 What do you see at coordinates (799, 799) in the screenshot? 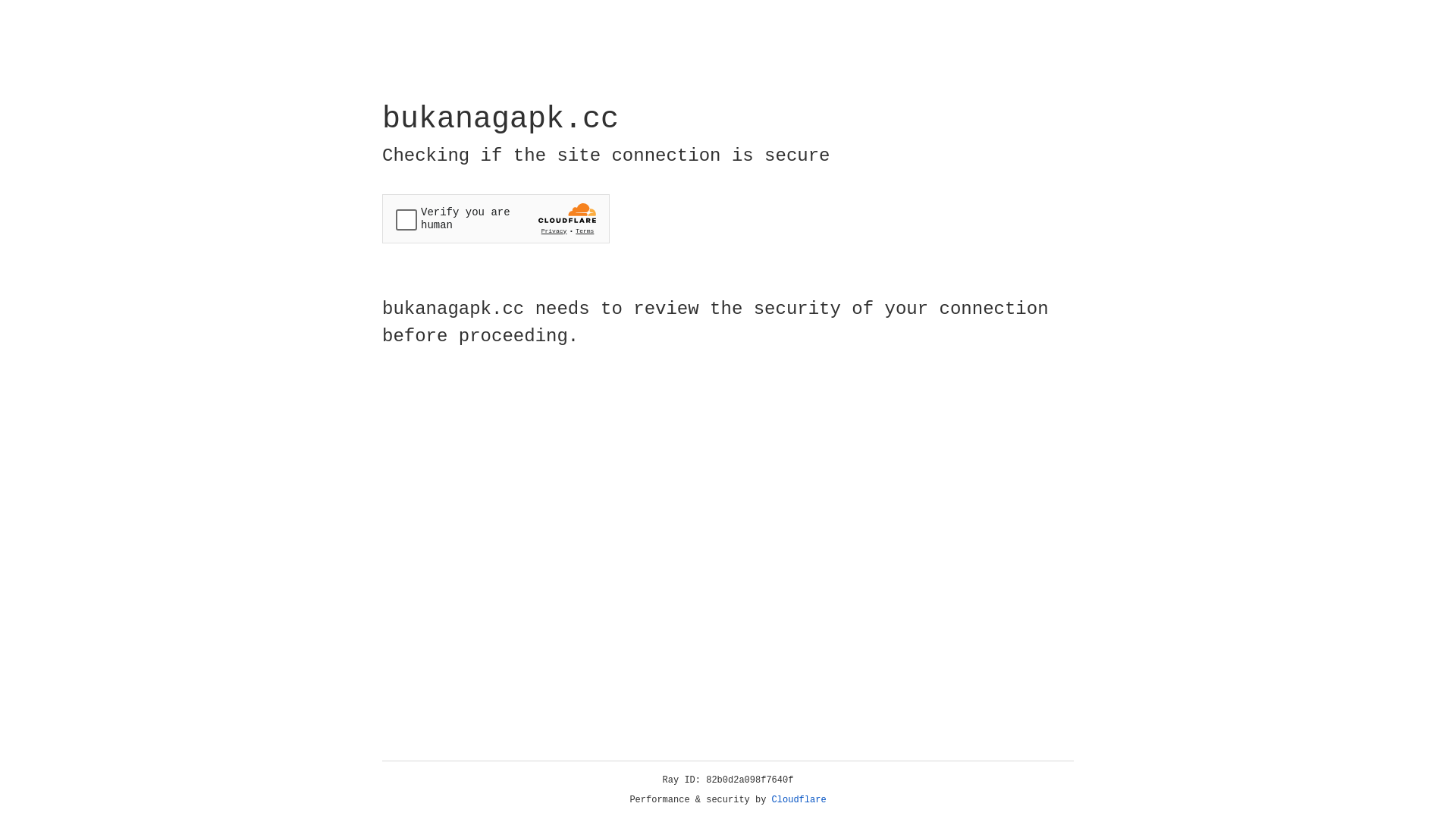
I see `'Cloudflare'` at bounding box center [799, 799].